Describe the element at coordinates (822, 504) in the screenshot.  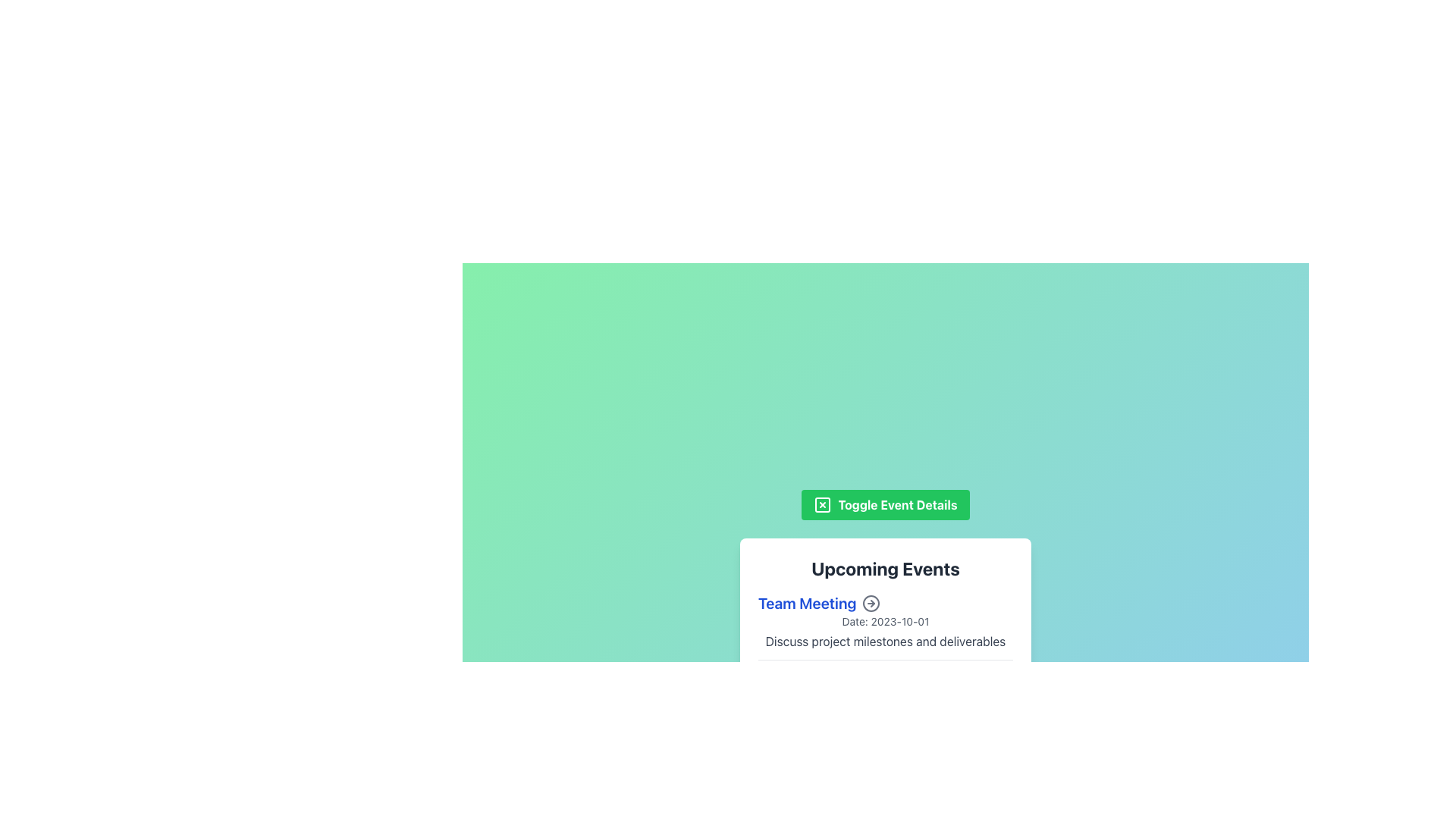
I see `the cancel icon located at the leftmost position within the green button labeled 'Toggle Event Details'` at that location.